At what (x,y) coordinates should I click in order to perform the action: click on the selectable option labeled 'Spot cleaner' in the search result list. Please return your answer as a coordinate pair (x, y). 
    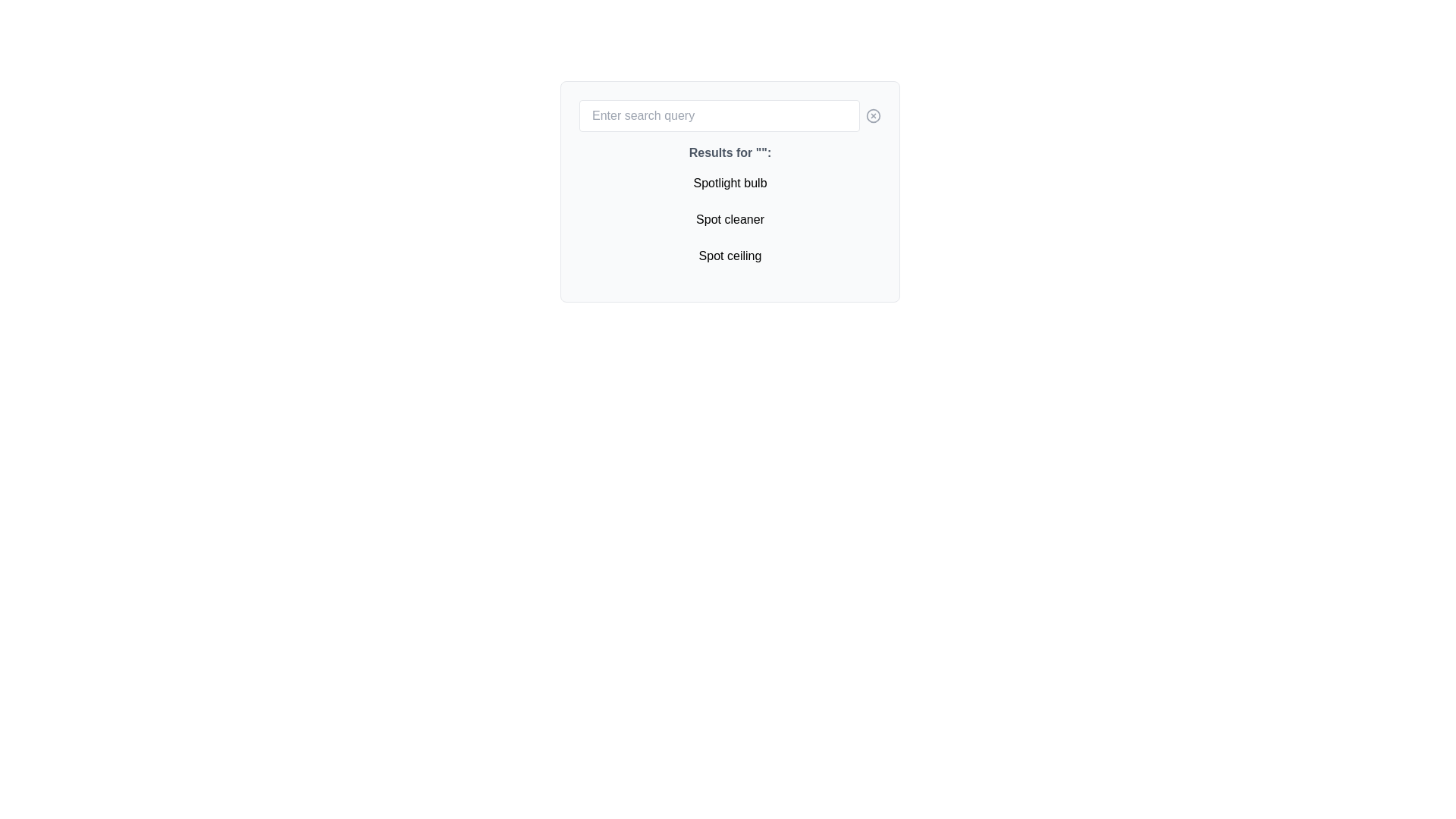
    Looking at the image, I should click on (730, 219).